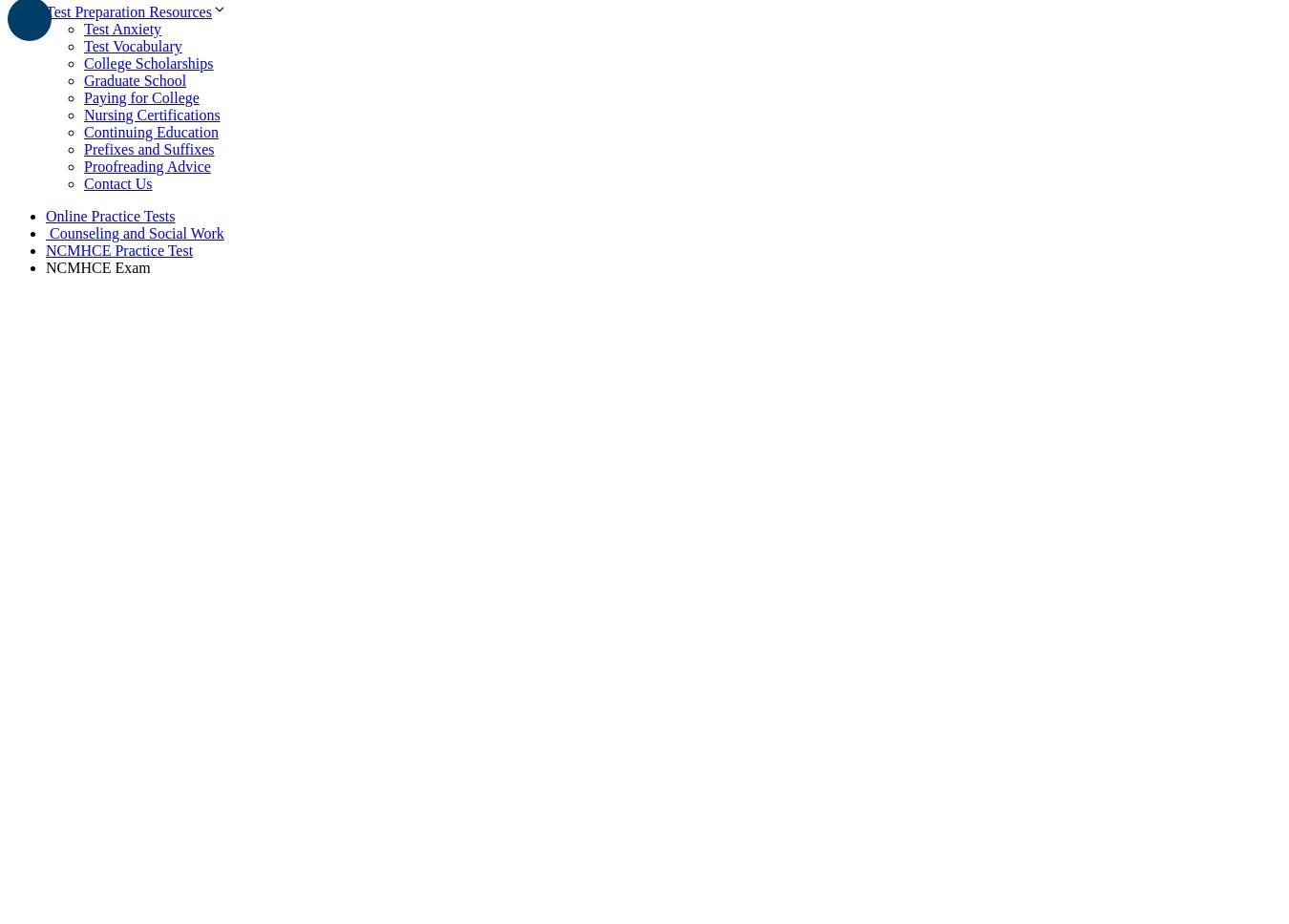  Describe the element at coordinates (96, 266) in the screenshot. I see `'NCMHCE Exam'` at that location.